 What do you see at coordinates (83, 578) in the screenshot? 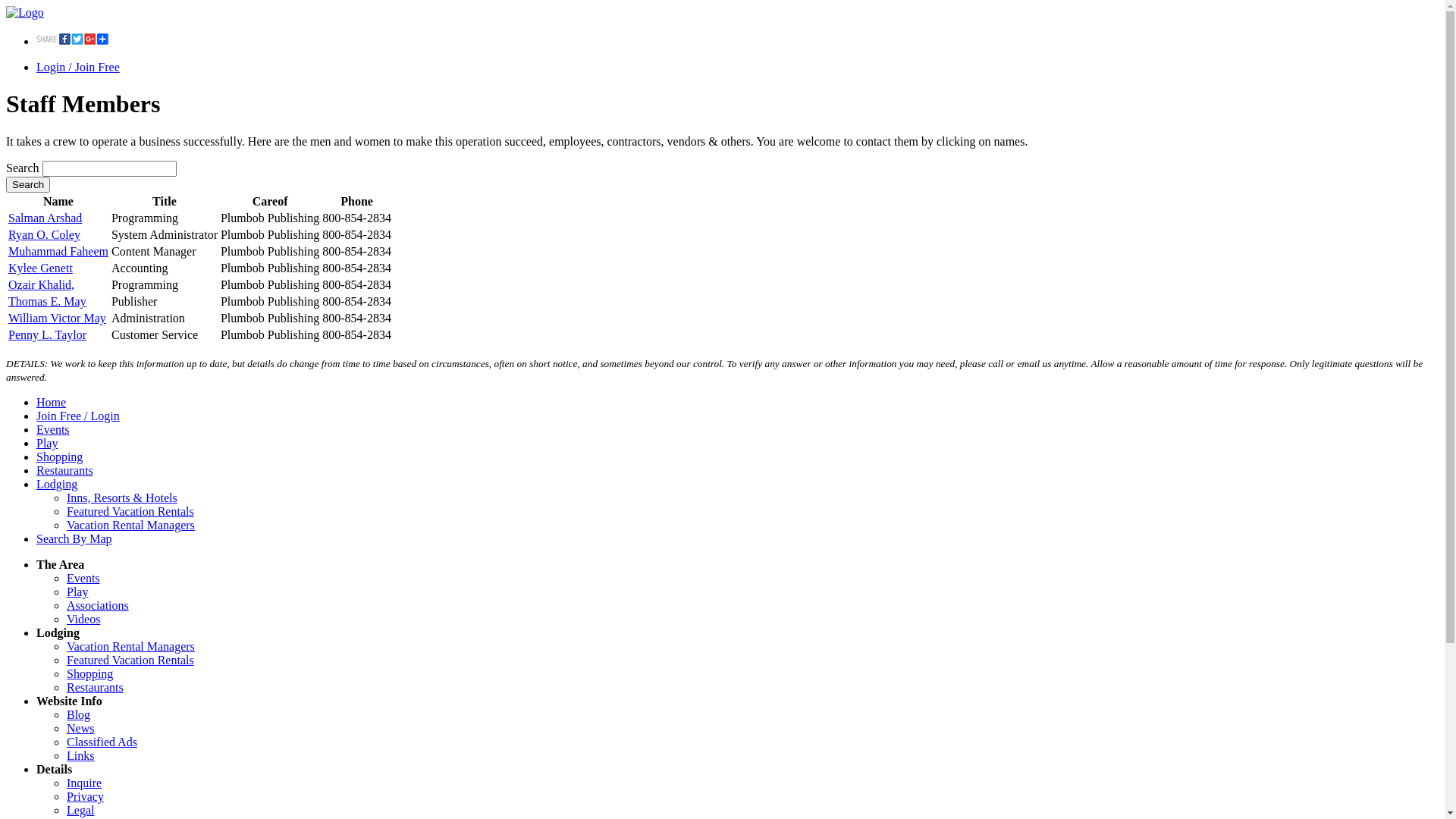
I see `'Events'` at bounding box center [83, 578].